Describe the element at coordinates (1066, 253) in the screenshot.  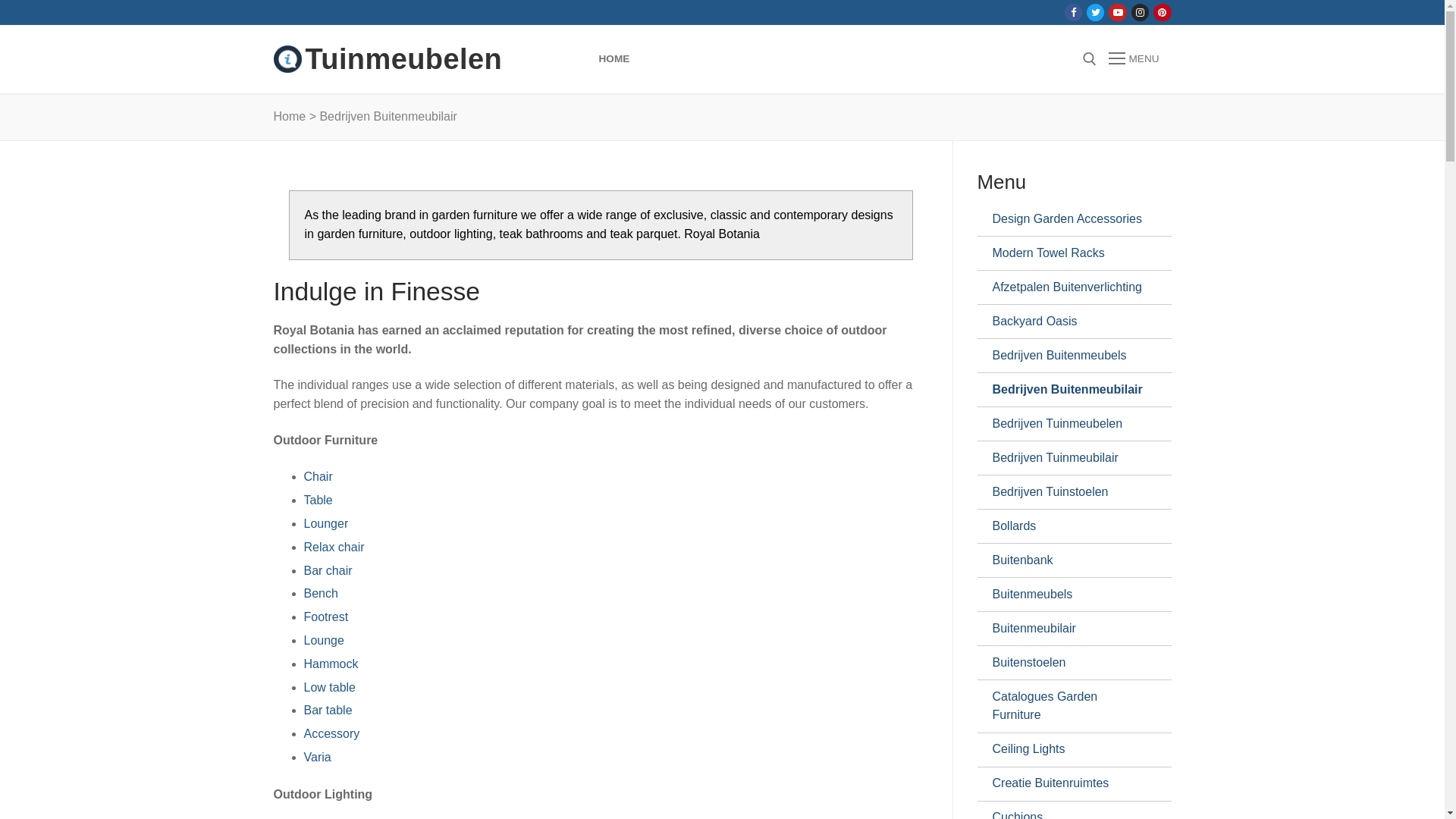
I see `'Modern Towel Racks'` at that location.